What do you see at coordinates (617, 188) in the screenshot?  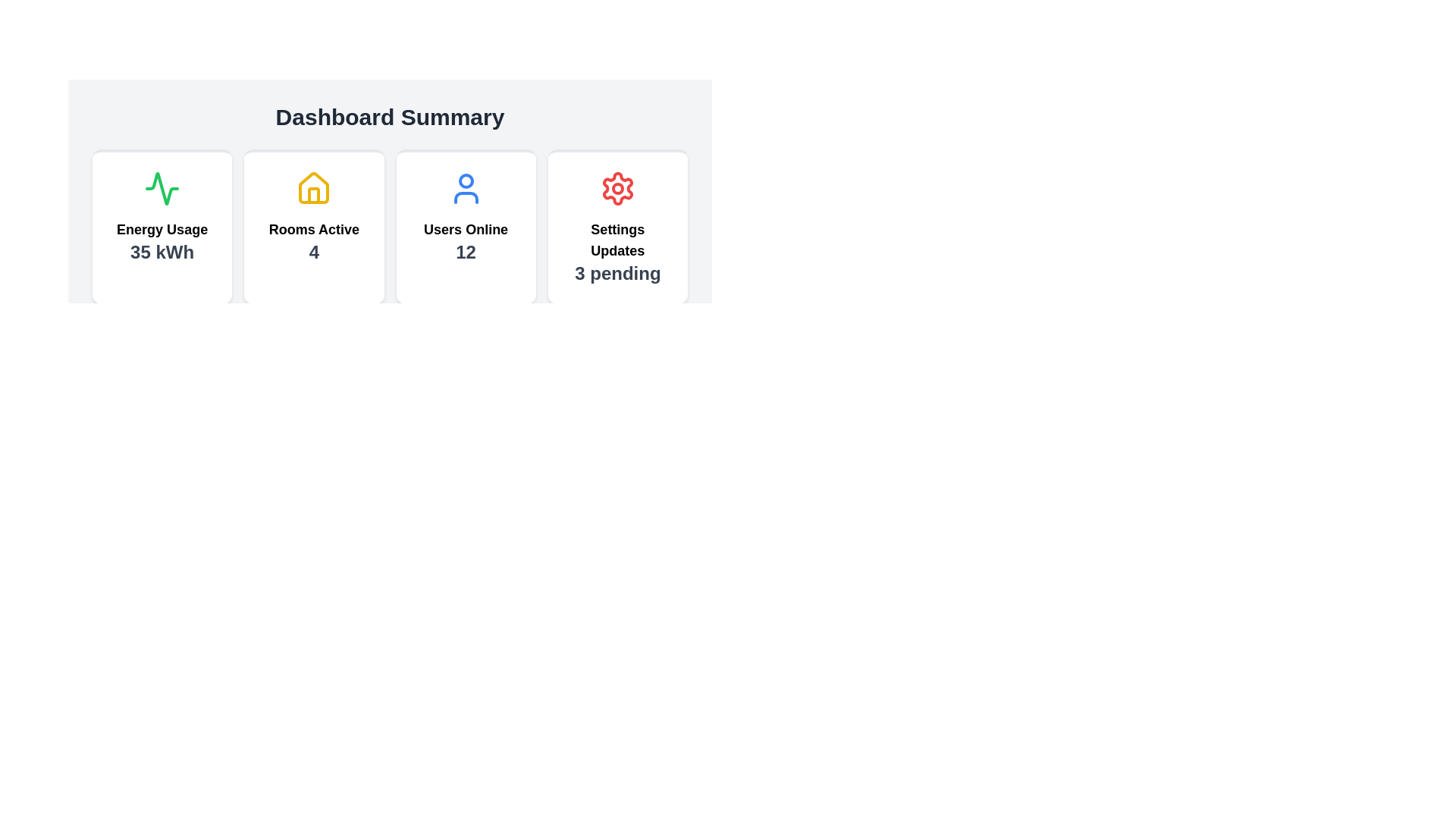 I see `details of the small circular SVG Circle Element located at the center of the settings gear icon on the dashboard card group` at bounding box center [617, 188].